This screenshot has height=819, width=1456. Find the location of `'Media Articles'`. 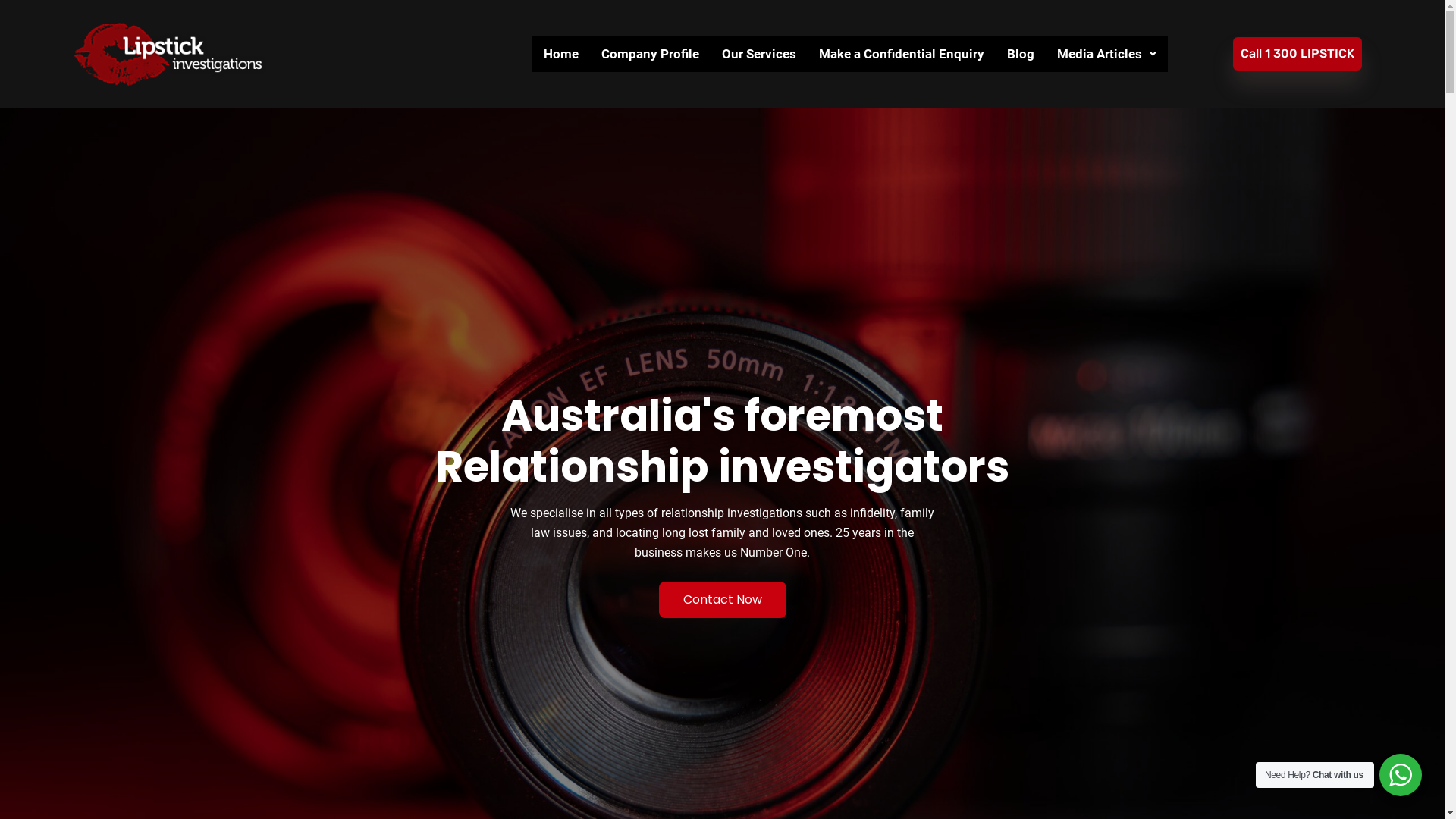

'Media Articles' is located at coordinates (1106, 53).